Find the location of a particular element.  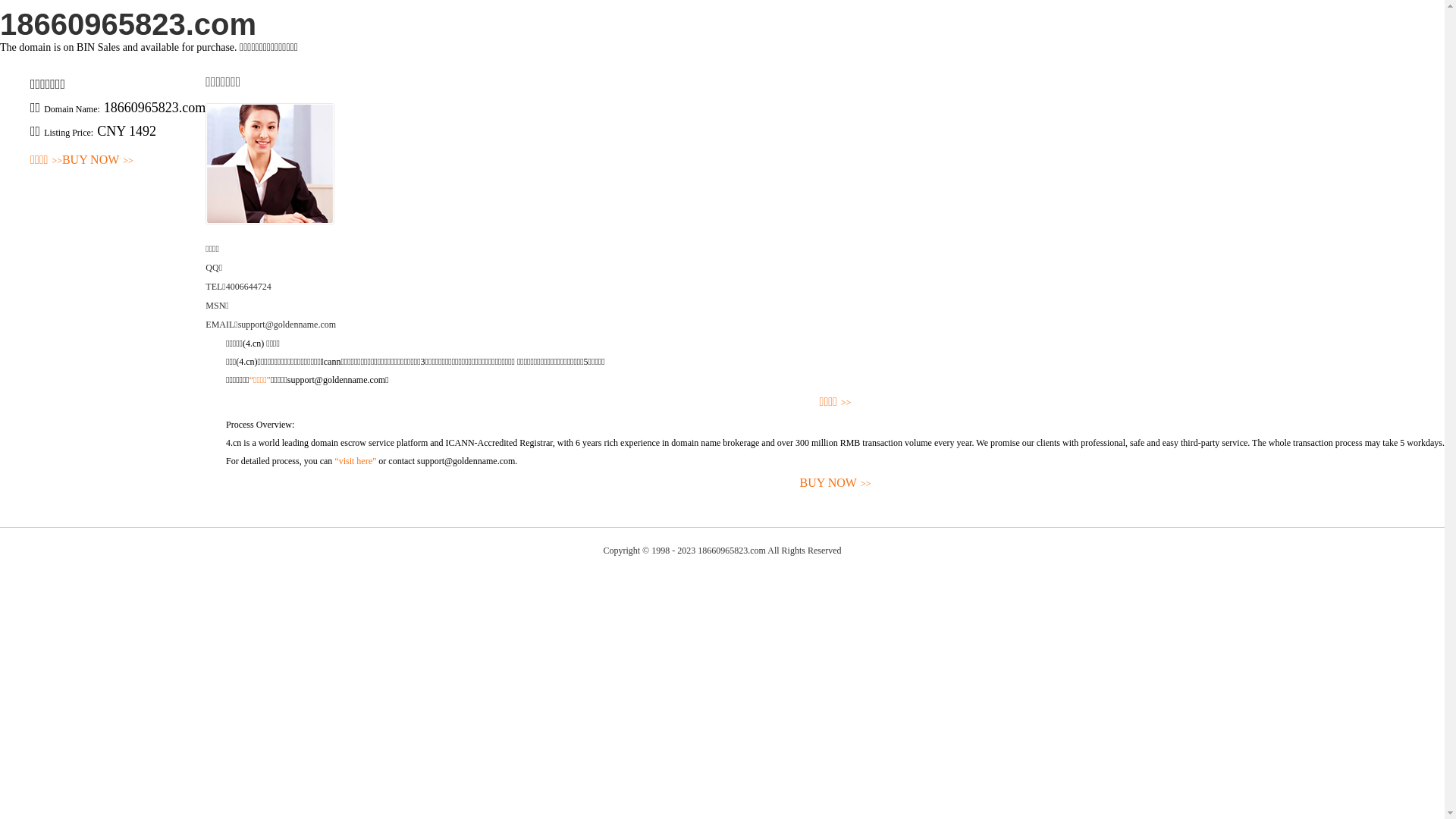

'BUY NOW>>' is located at coordinates (834, 483).